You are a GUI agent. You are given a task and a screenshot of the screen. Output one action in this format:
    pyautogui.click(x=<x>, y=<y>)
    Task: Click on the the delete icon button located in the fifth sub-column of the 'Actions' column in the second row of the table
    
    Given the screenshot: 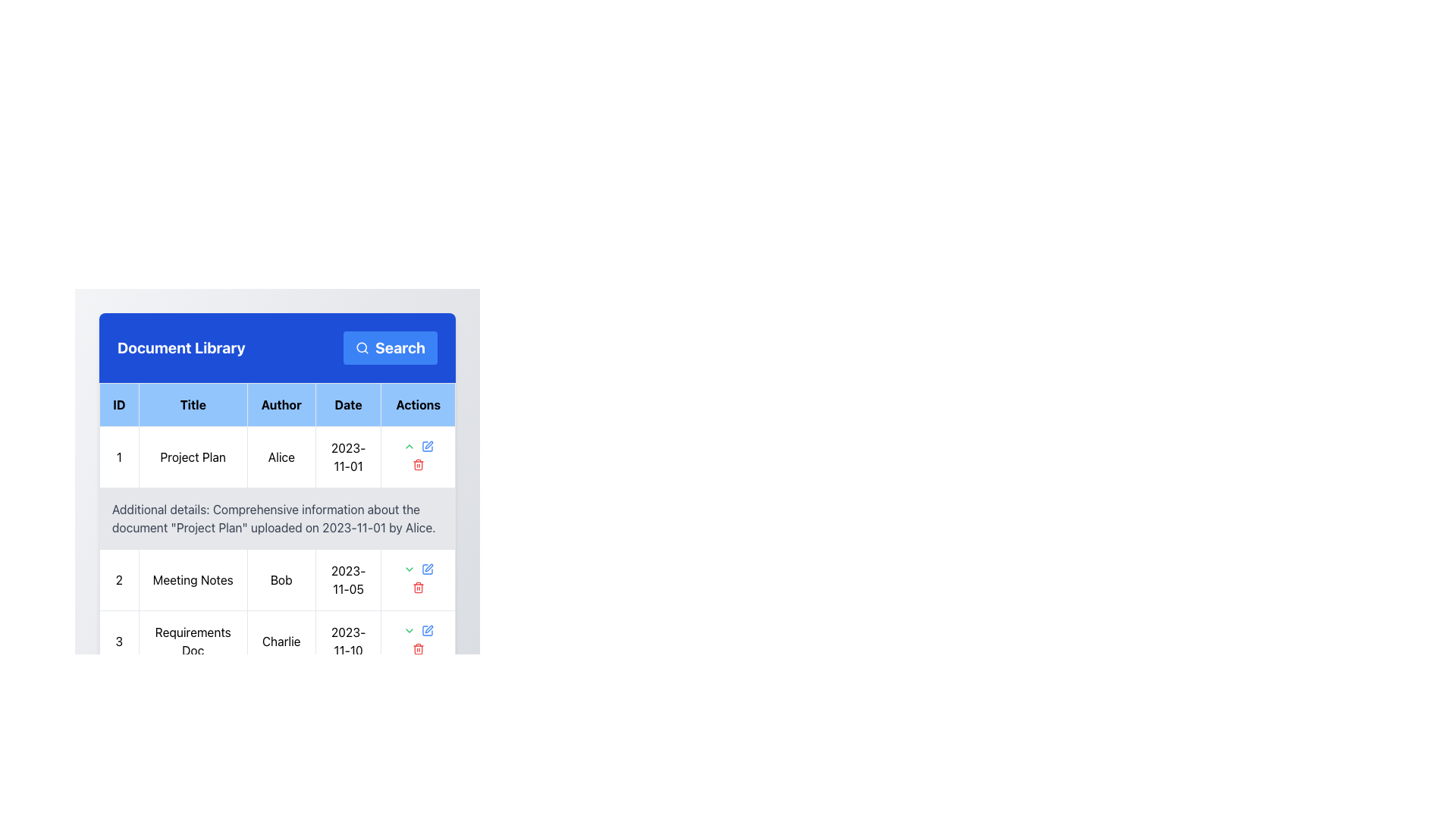 What is the action you would take?
    pyautogui.click(x=418, y=579)
    